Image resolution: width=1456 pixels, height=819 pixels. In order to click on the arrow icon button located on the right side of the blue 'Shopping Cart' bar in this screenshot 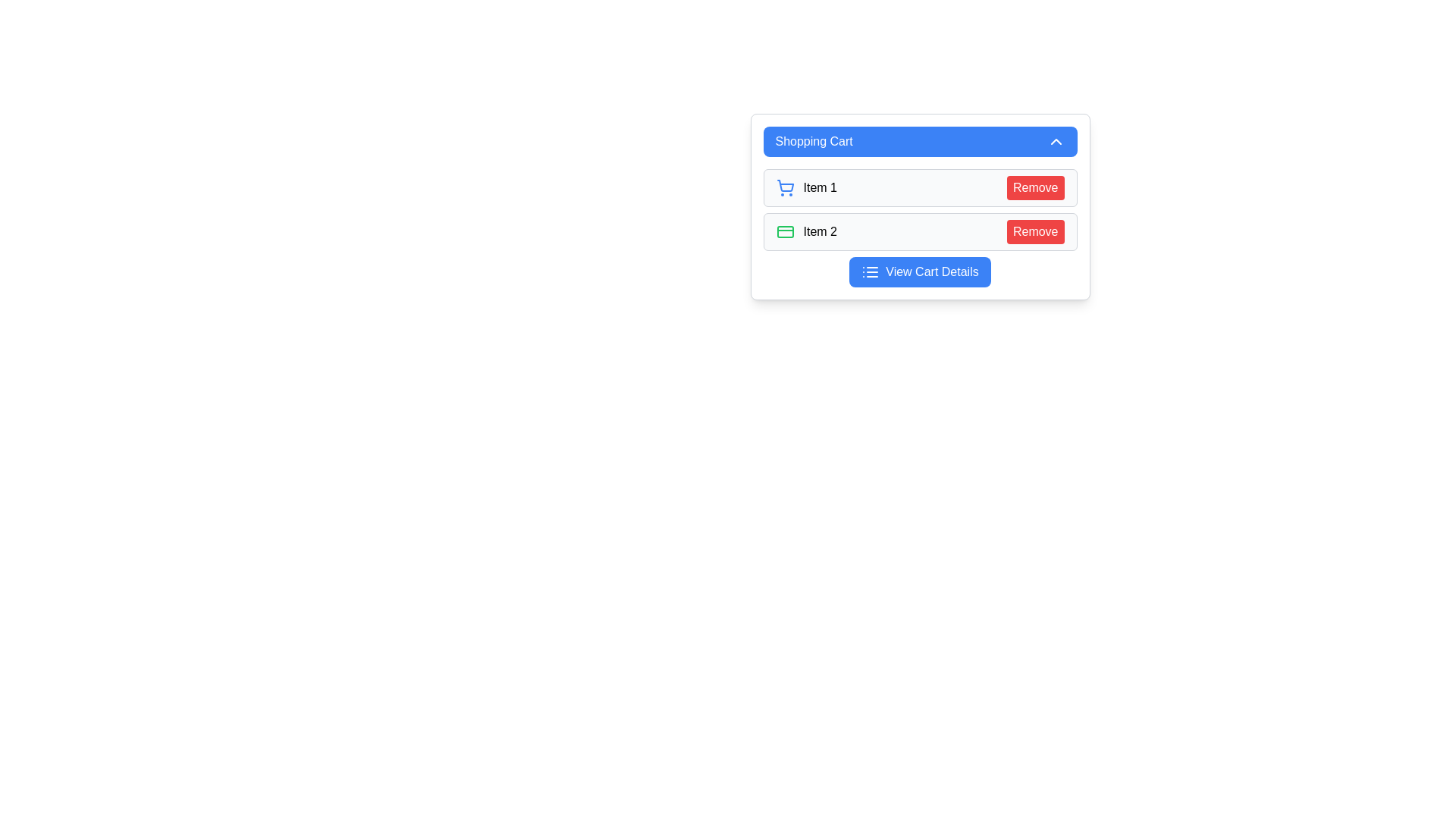, I will do `click(1055, 141)`.